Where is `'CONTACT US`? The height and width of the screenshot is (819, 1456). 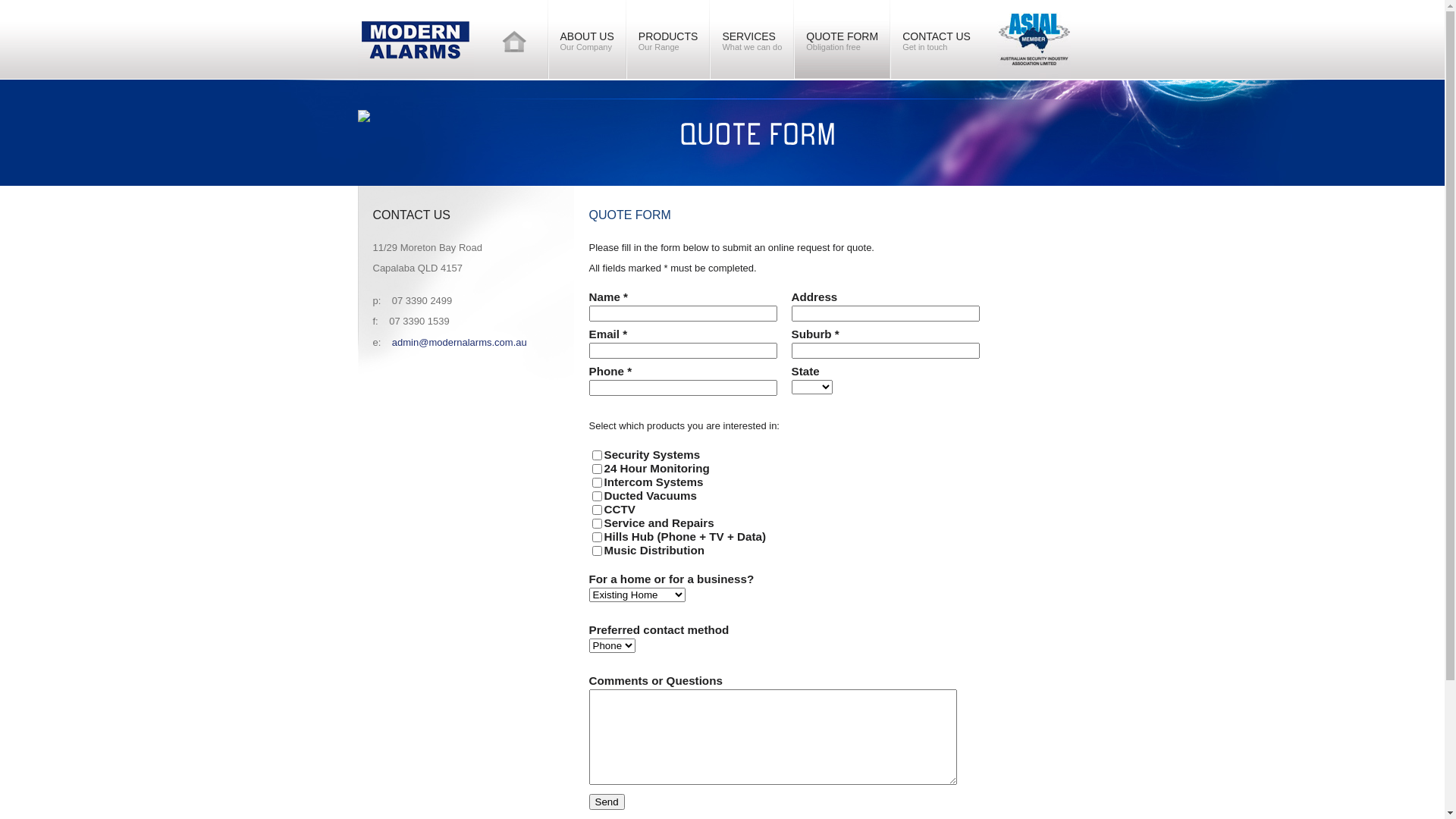 'CONTACT US is located at coordinates (935, 38).